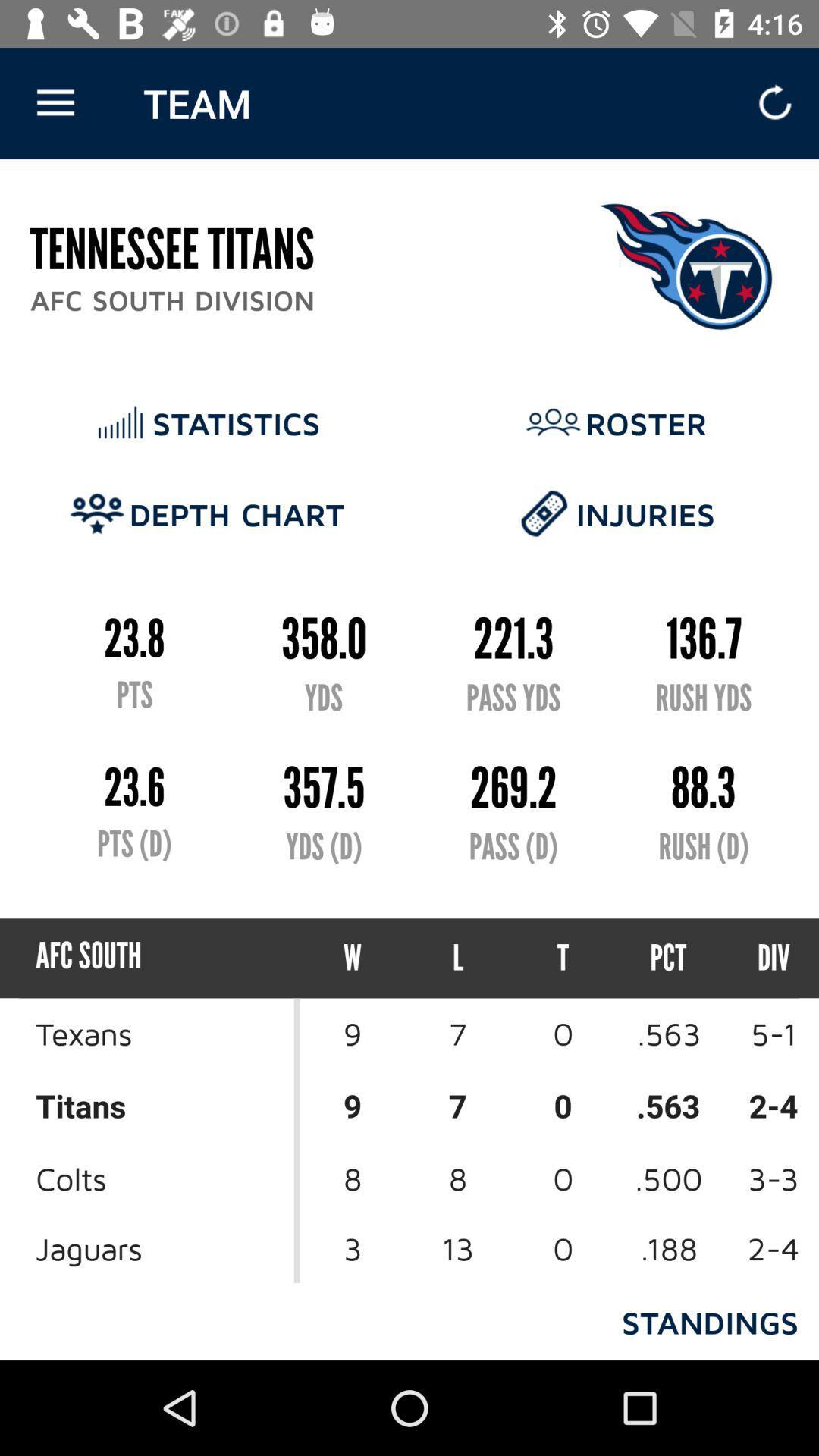  Describe the element at coordinates (667, 957) in the screenshot. I see `icon above the 0` at that location.